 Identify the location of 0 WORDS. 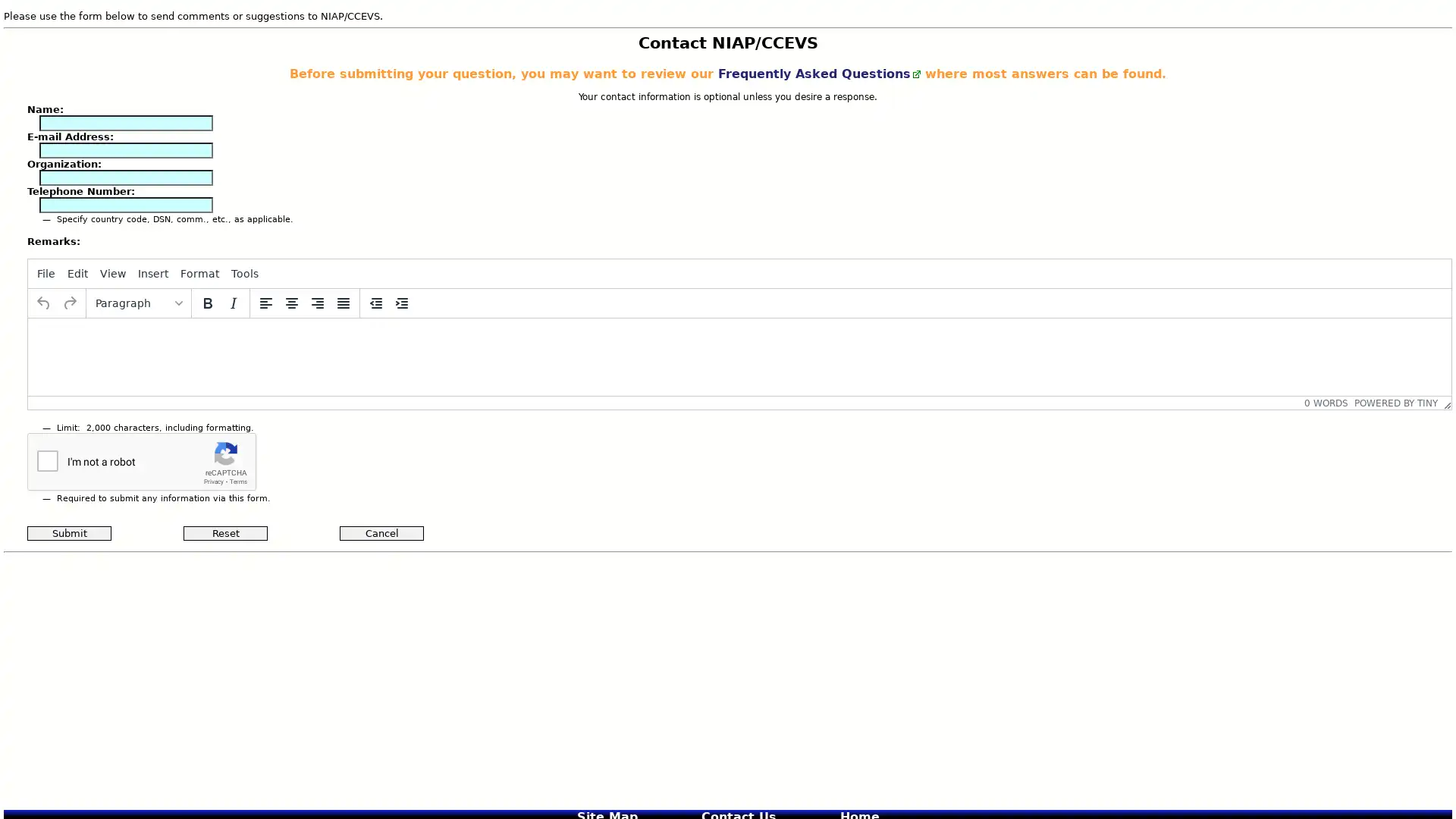
(1325, 402).